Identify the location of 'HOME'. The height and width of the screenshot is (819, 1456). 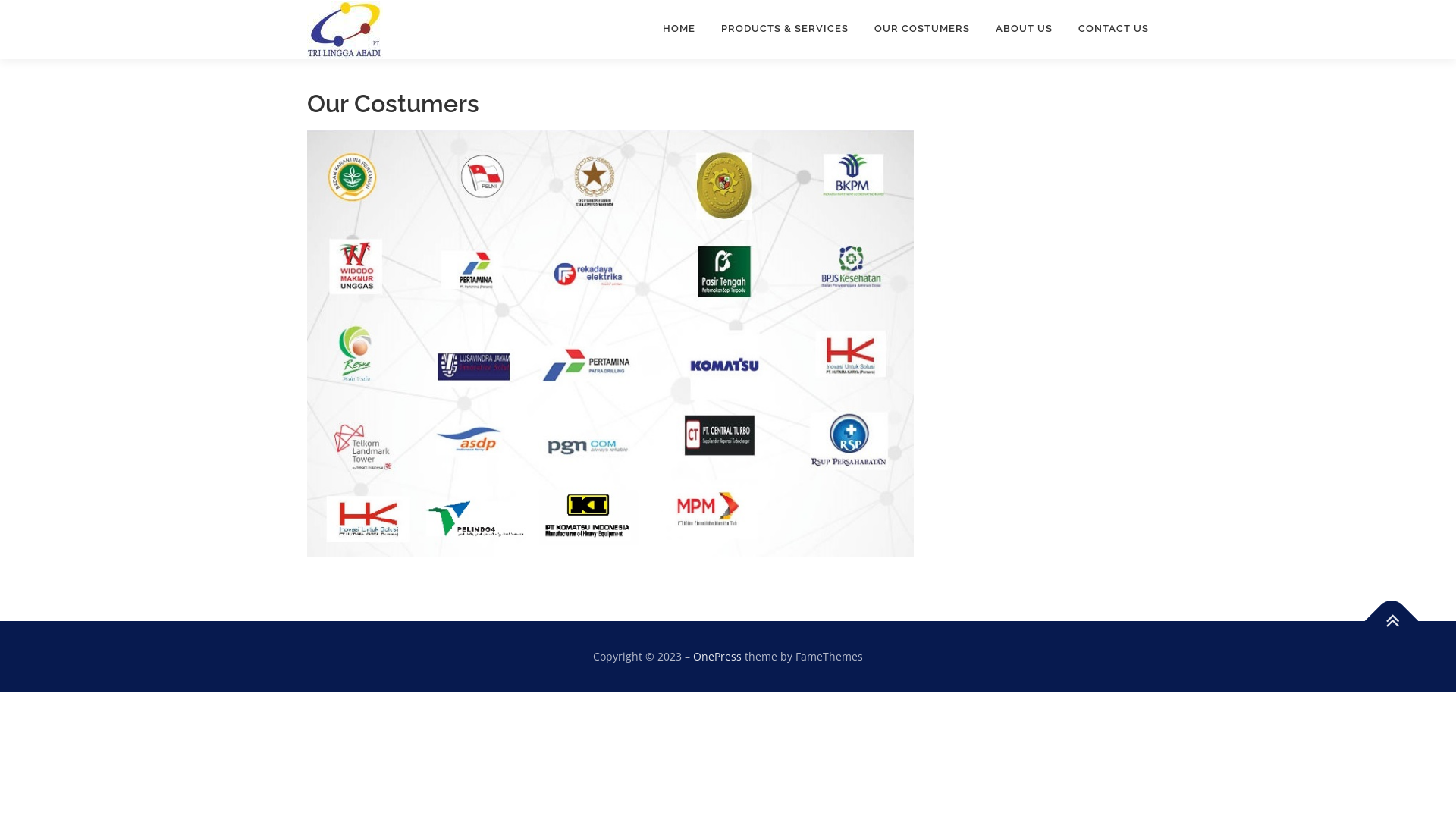
(678, 28).